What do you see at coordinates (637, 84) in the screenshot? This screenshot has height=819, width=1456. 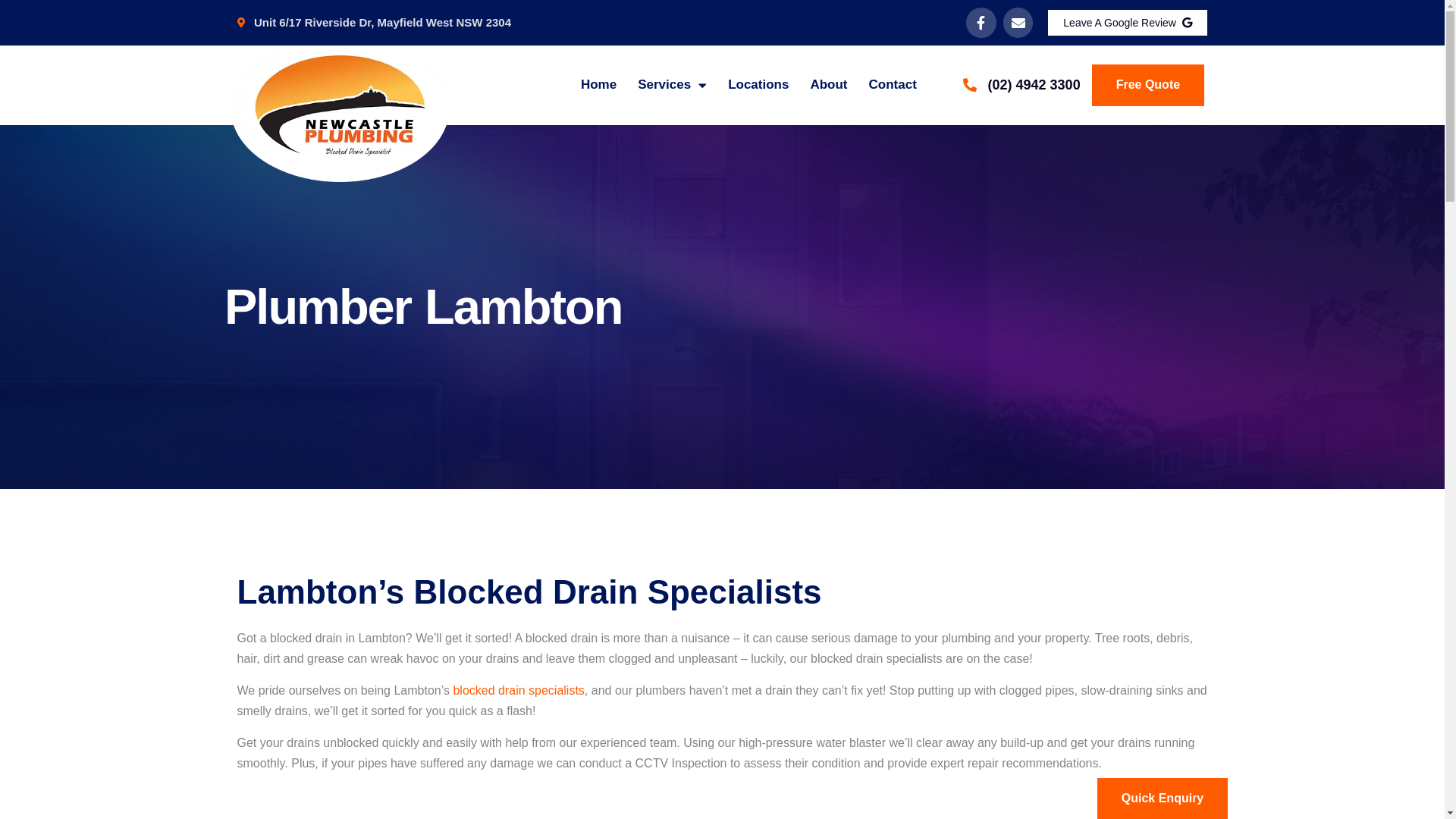 I see `'Services'` at bounding box center [637, 84].